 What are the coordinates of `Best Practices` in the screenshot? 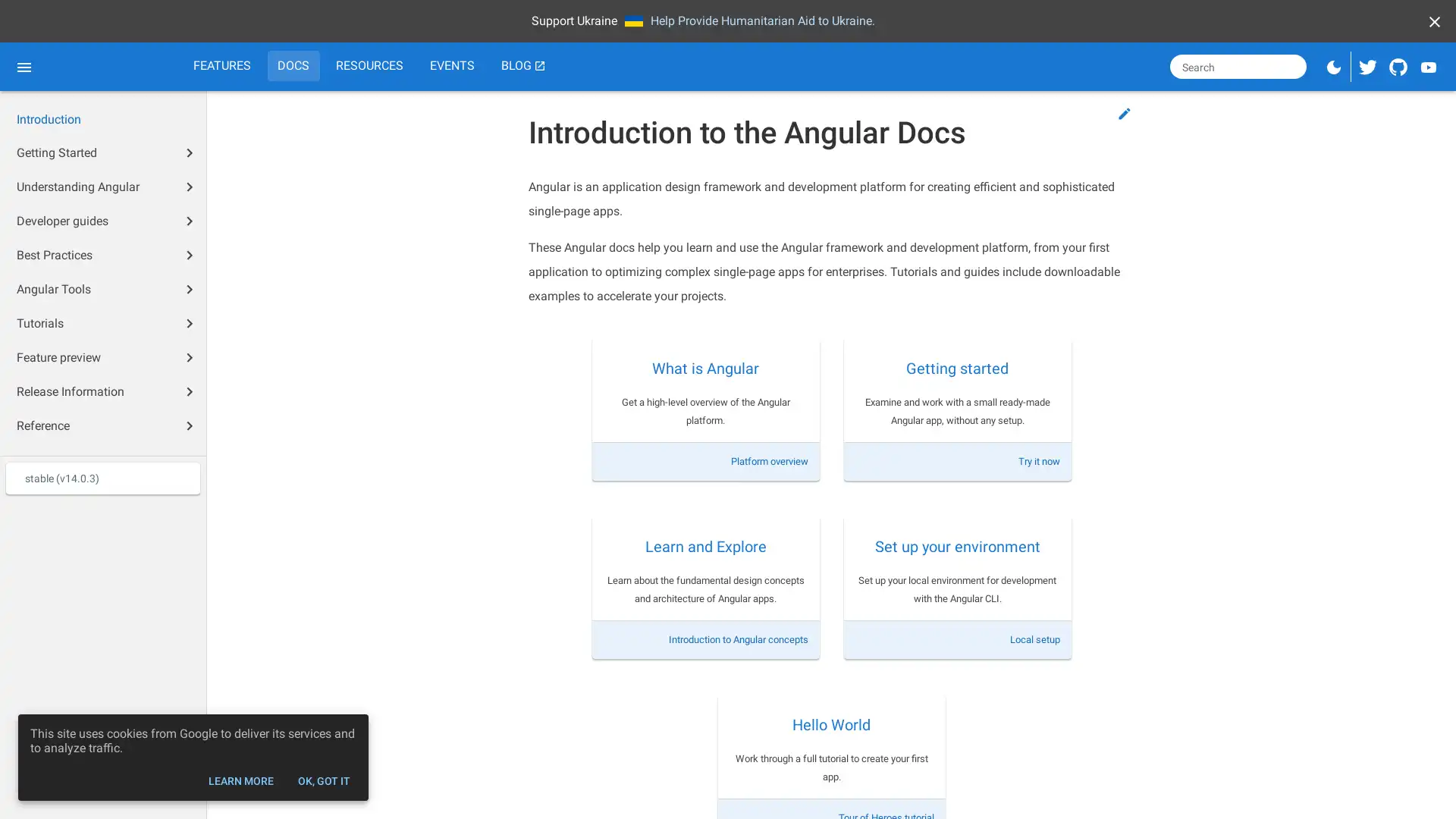 It's located at (102, 254).